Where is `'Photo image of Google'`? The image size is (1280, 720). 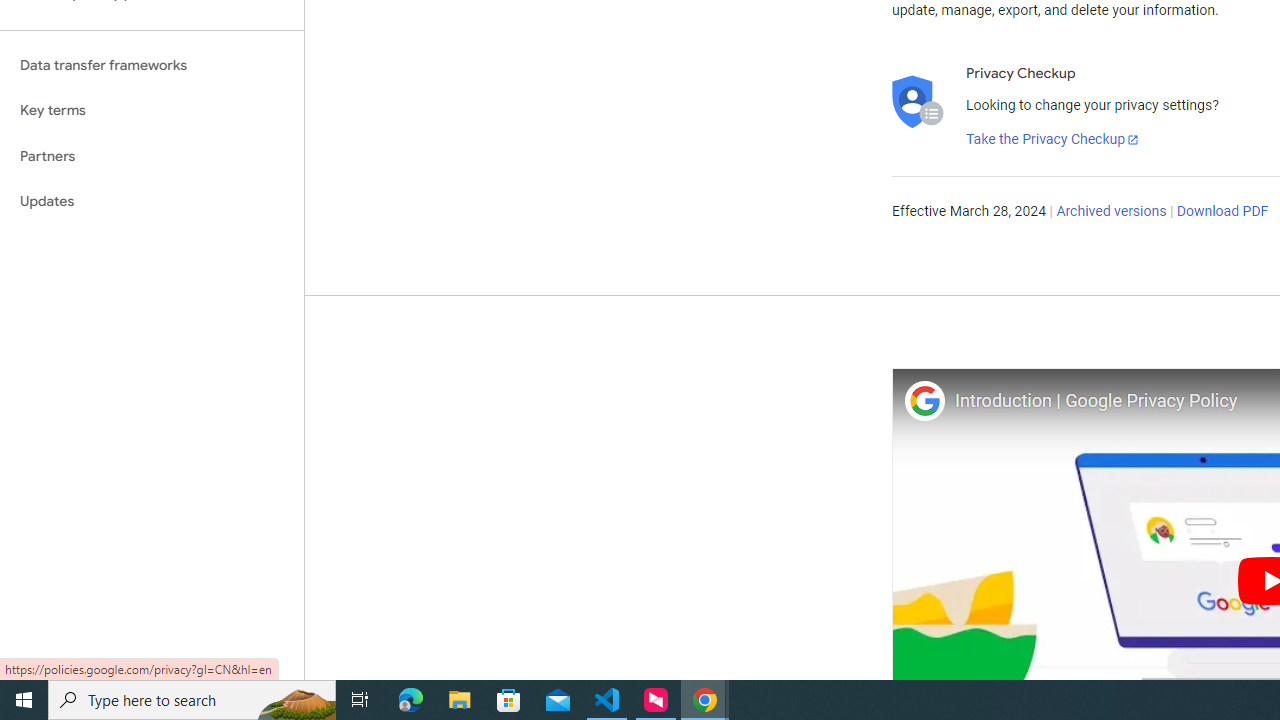
'Photo image of Google' is located at coordinates (923, 400).